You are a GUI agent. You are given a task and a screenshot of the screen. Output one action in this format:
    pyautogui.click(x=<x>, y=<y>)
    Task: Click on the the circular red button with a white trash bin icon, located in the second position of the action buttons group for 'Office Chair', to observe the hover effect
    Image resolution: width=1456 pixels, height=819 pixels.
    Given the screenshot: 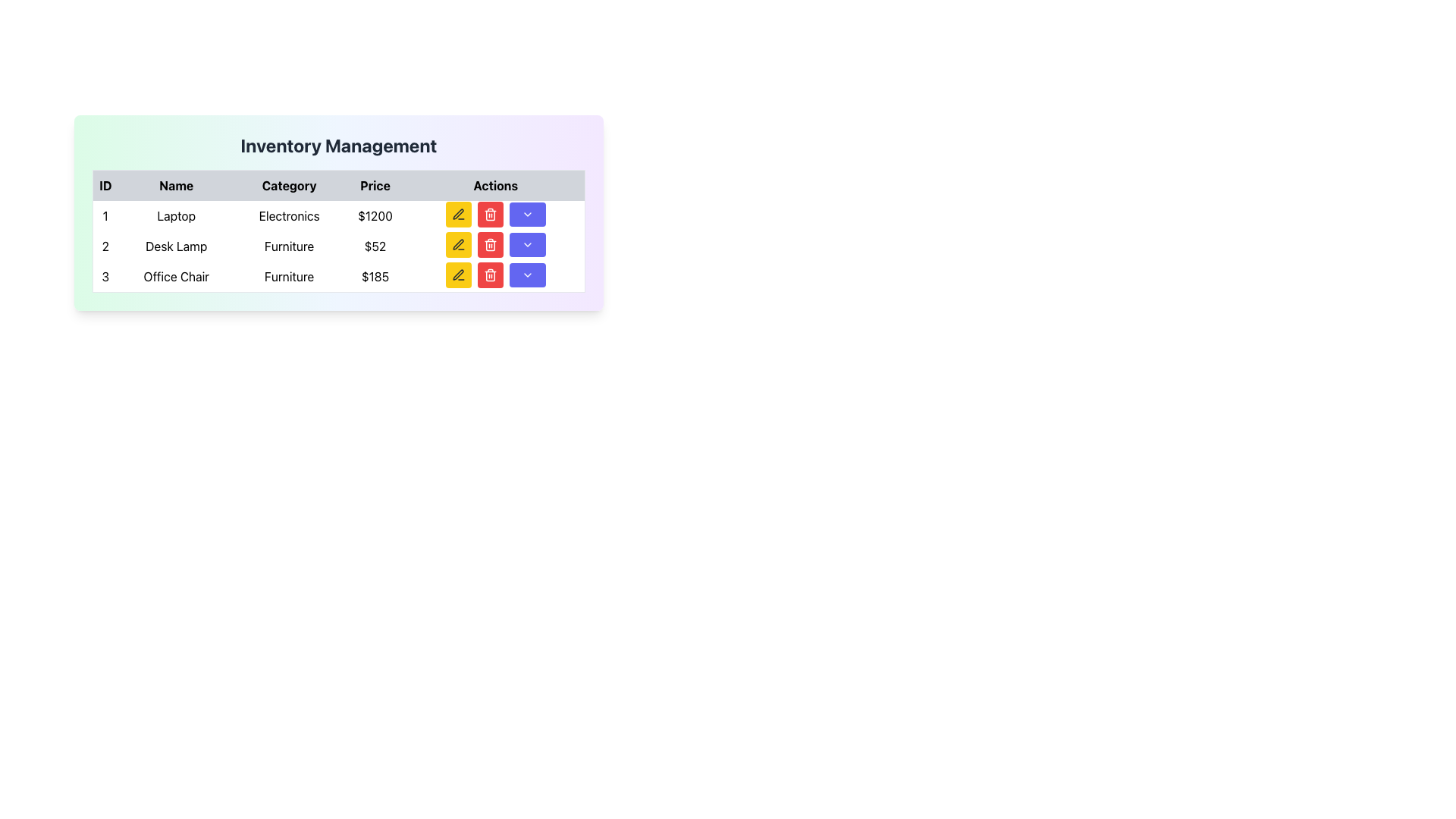 What is the action you would take?
    pyautogui.click(x=490, y=275)
    